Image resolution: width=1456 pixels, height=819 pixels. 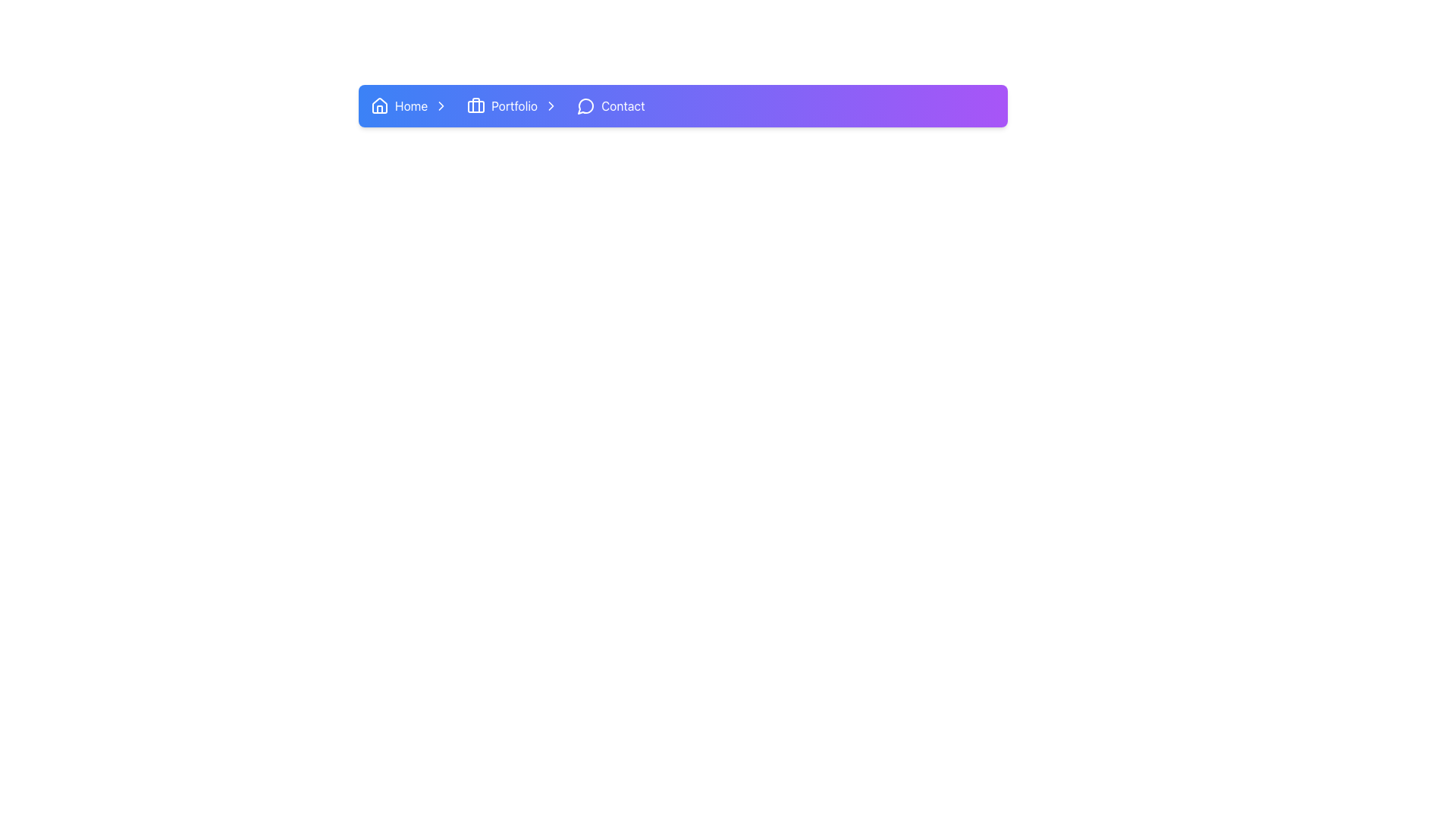 I want to click on the third link in the navigation bar, located between the 'Portfolio' icon and a right-pointing chevron, so click(x=514, y=105).